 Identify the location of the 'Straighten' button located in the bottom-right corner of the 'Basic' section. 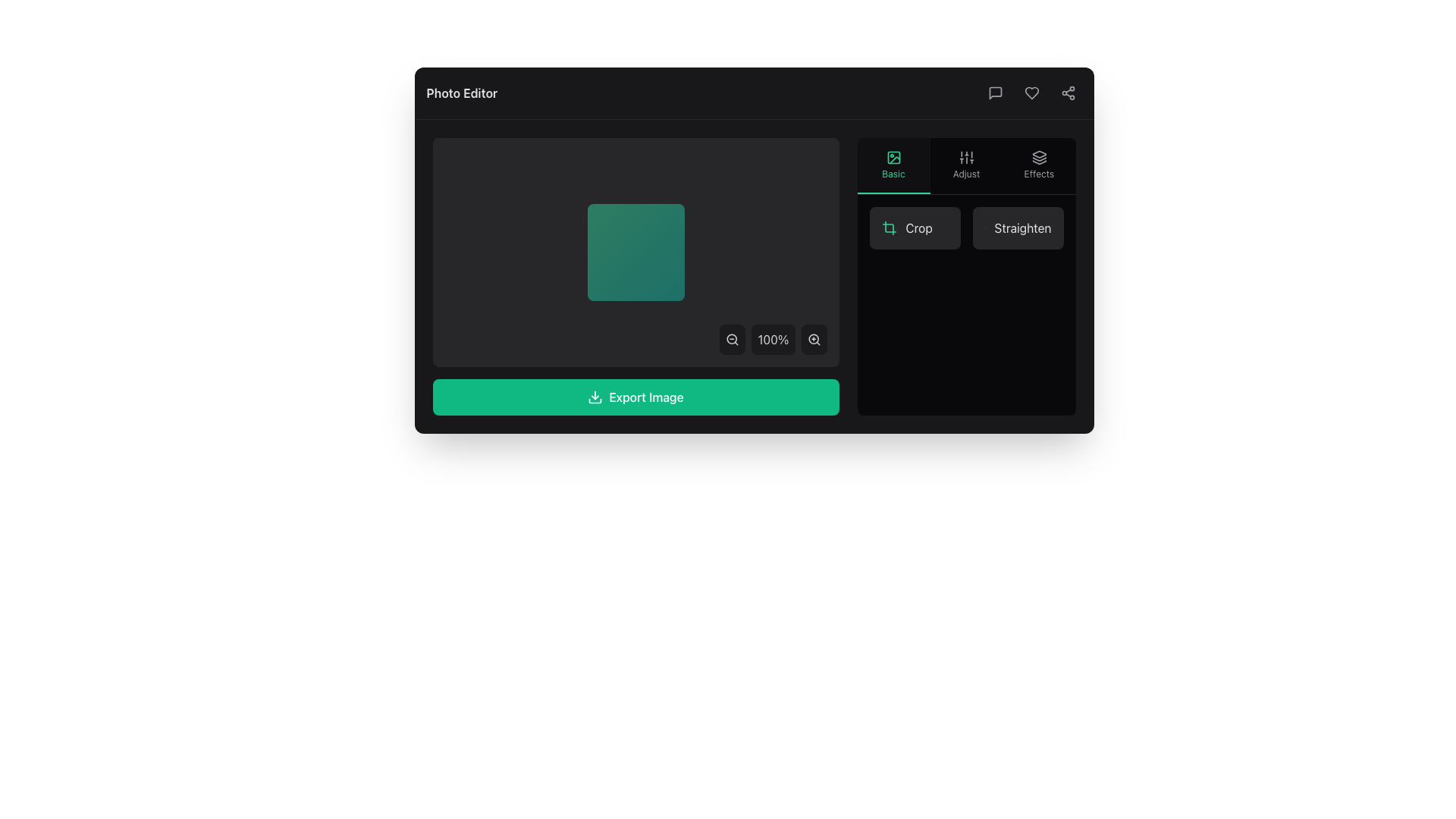
(1018, 227).